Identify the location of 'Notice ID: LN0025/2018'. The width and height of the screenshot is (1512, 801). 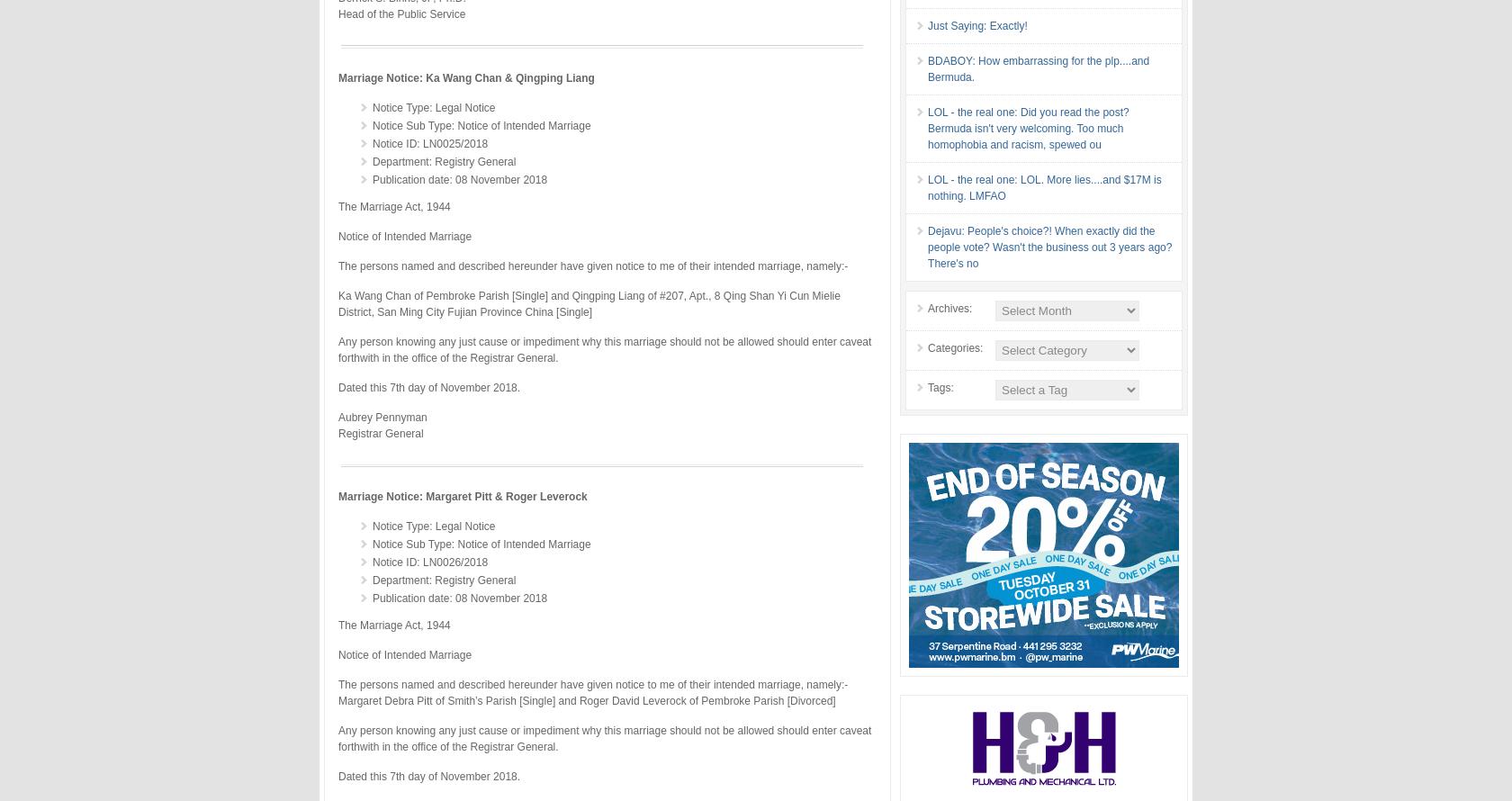
(429, 143).